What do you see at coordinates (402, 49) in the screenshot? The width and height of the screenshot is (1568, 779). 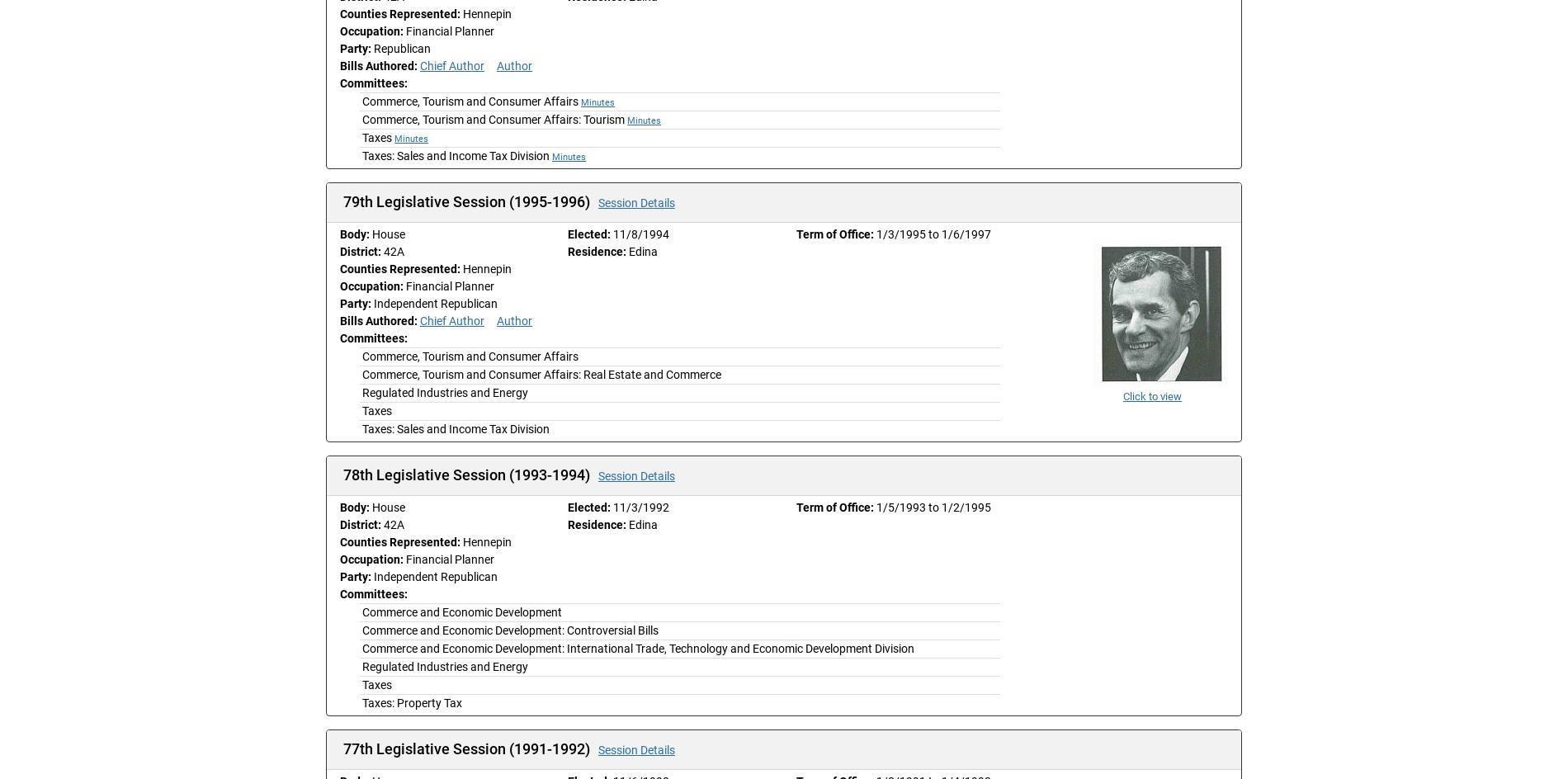 I see `'Republican'` at bounding box center [402, 49].